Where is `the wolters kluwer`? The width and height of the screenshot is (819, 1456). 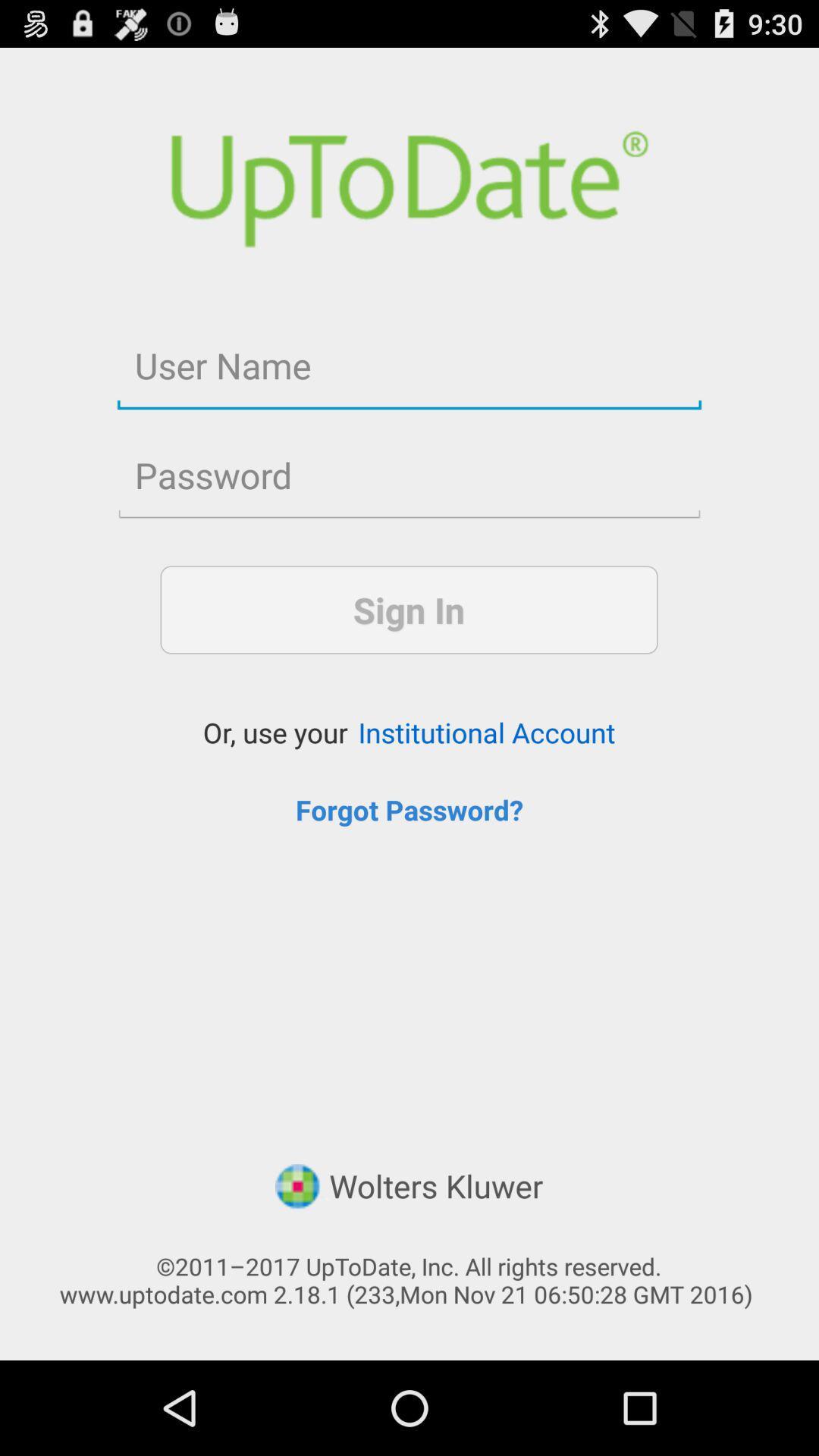 the wolters kluwer is located at coordinates (408, 1186).